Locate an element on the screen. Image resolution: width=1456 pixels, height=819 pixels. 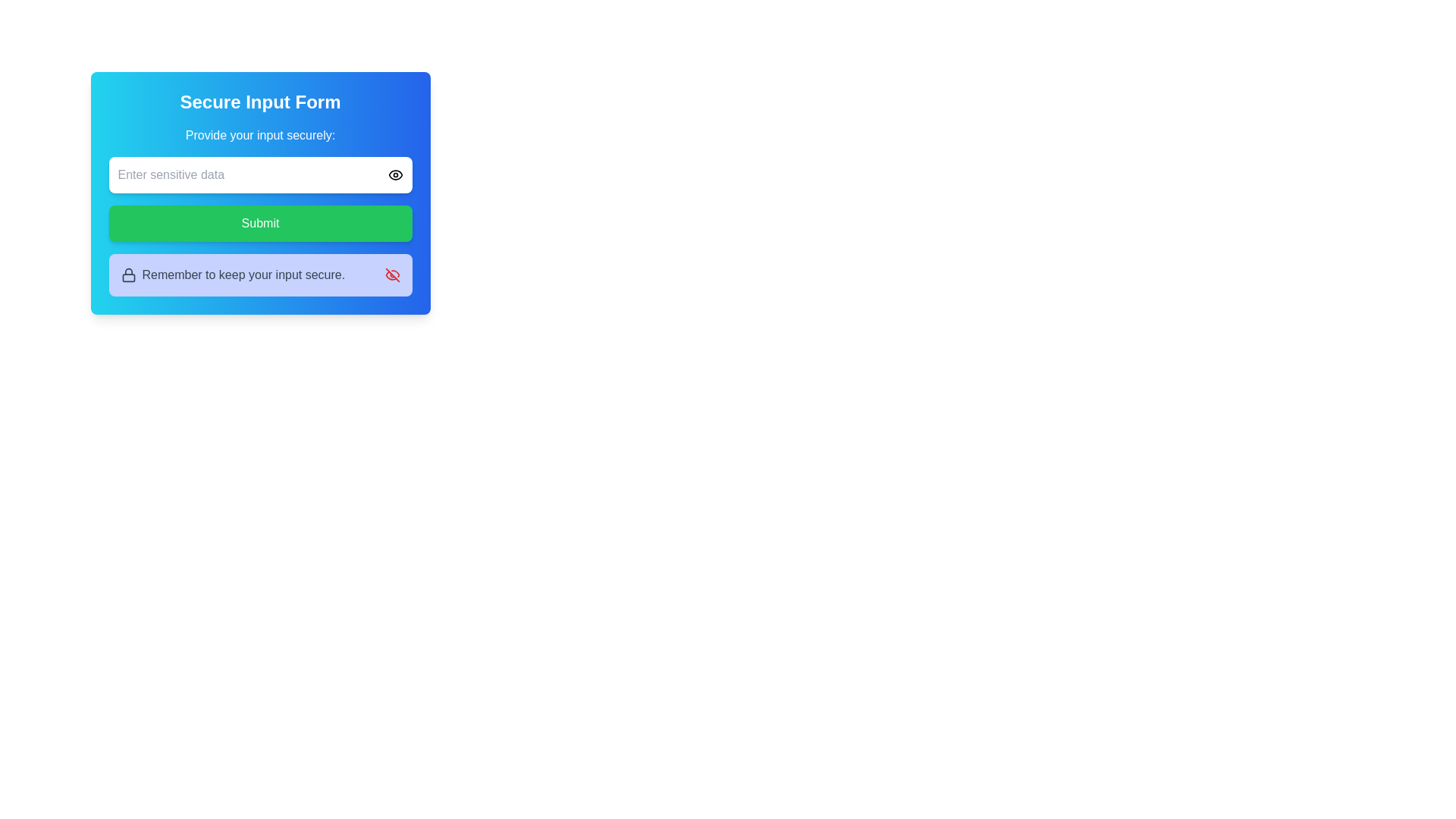
the visibility toggling icon button, which resembles a stylized eye with a strike-through, located at the bottom right of the notification panel is located at coordinates (392, 275).